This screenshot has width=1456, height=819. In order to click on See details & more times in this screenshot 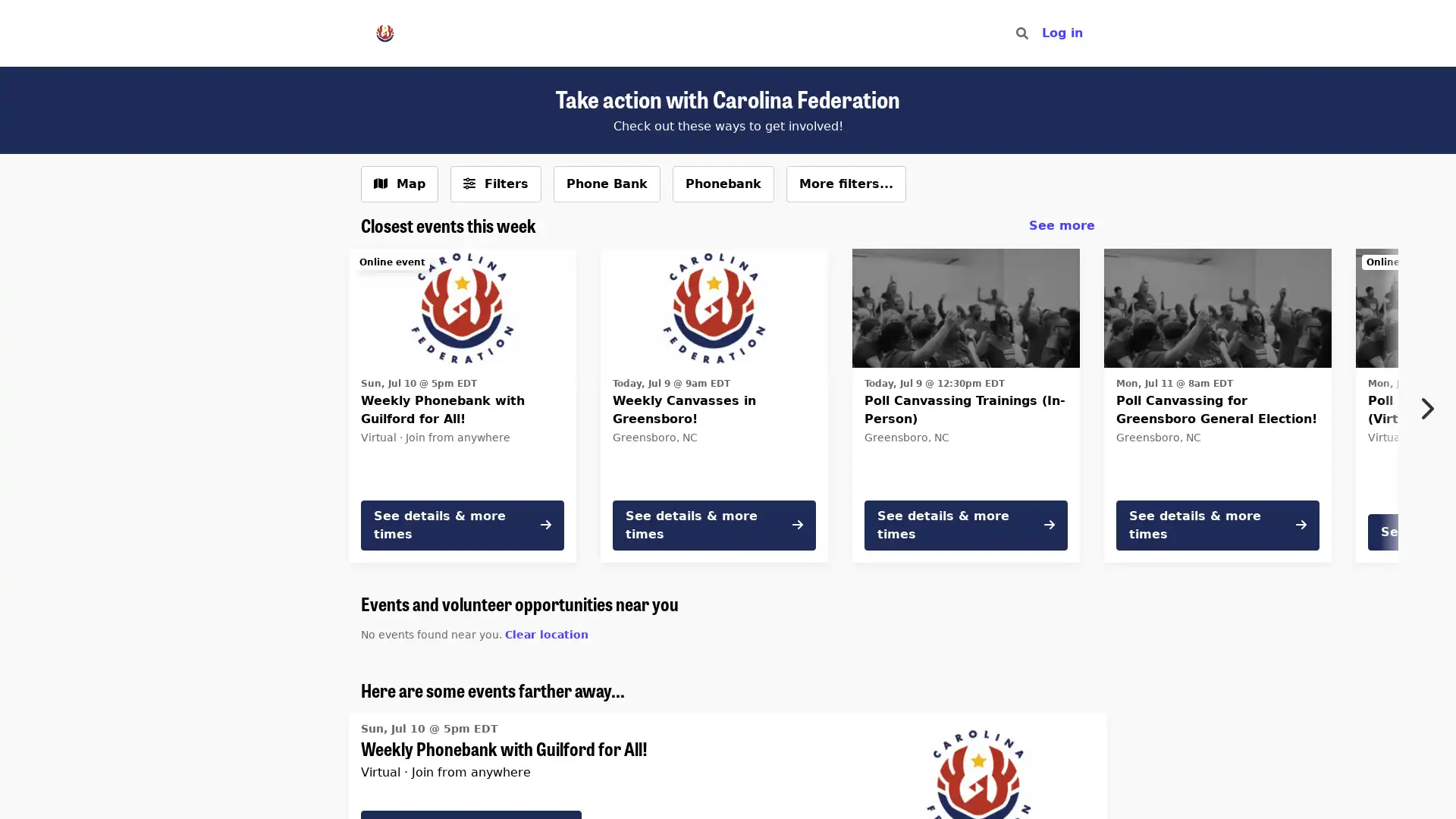, I will do `click(1218, 523)`.